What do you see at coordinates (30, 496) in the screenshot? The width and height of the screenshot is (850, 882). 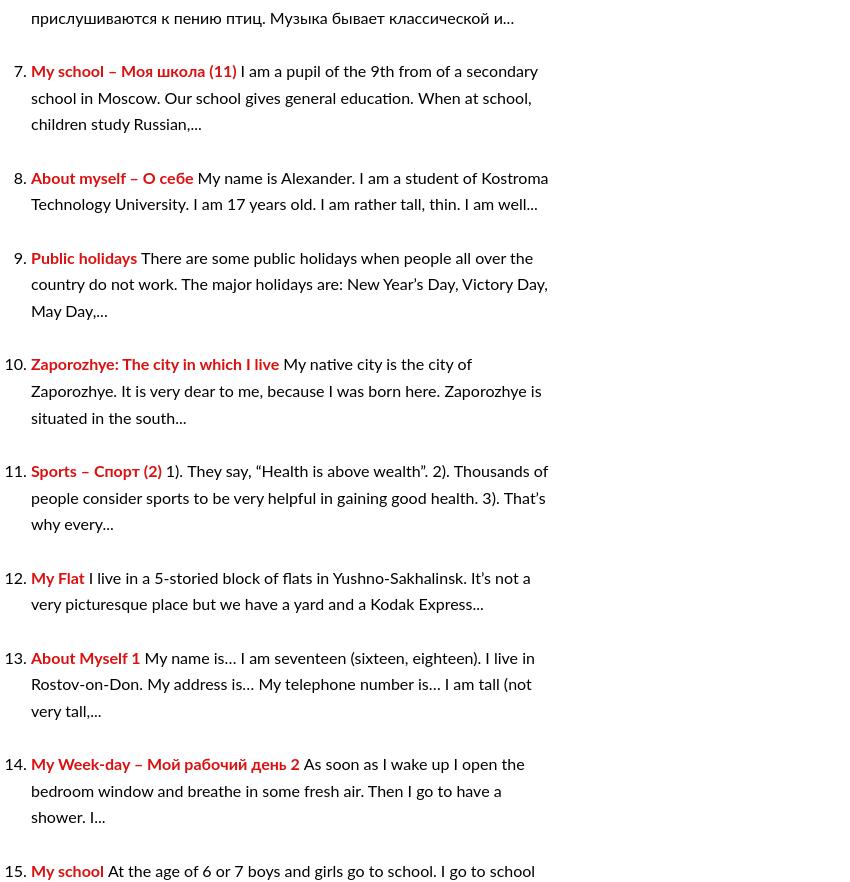 I see `'1). They say, “Health is above wealth”. 2). Thousands of people consider sports to be very helpful in gaining good health. 3). That’s why every...'` at bounding box center [30, 496].